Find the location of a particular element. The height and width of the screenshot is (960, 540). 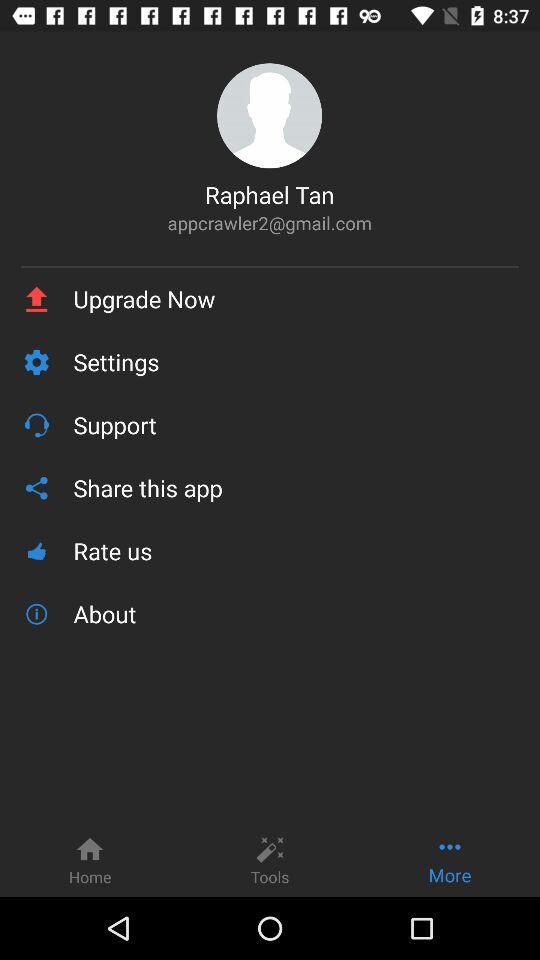

the item below the share this app item is located at coordinates (295, 551).